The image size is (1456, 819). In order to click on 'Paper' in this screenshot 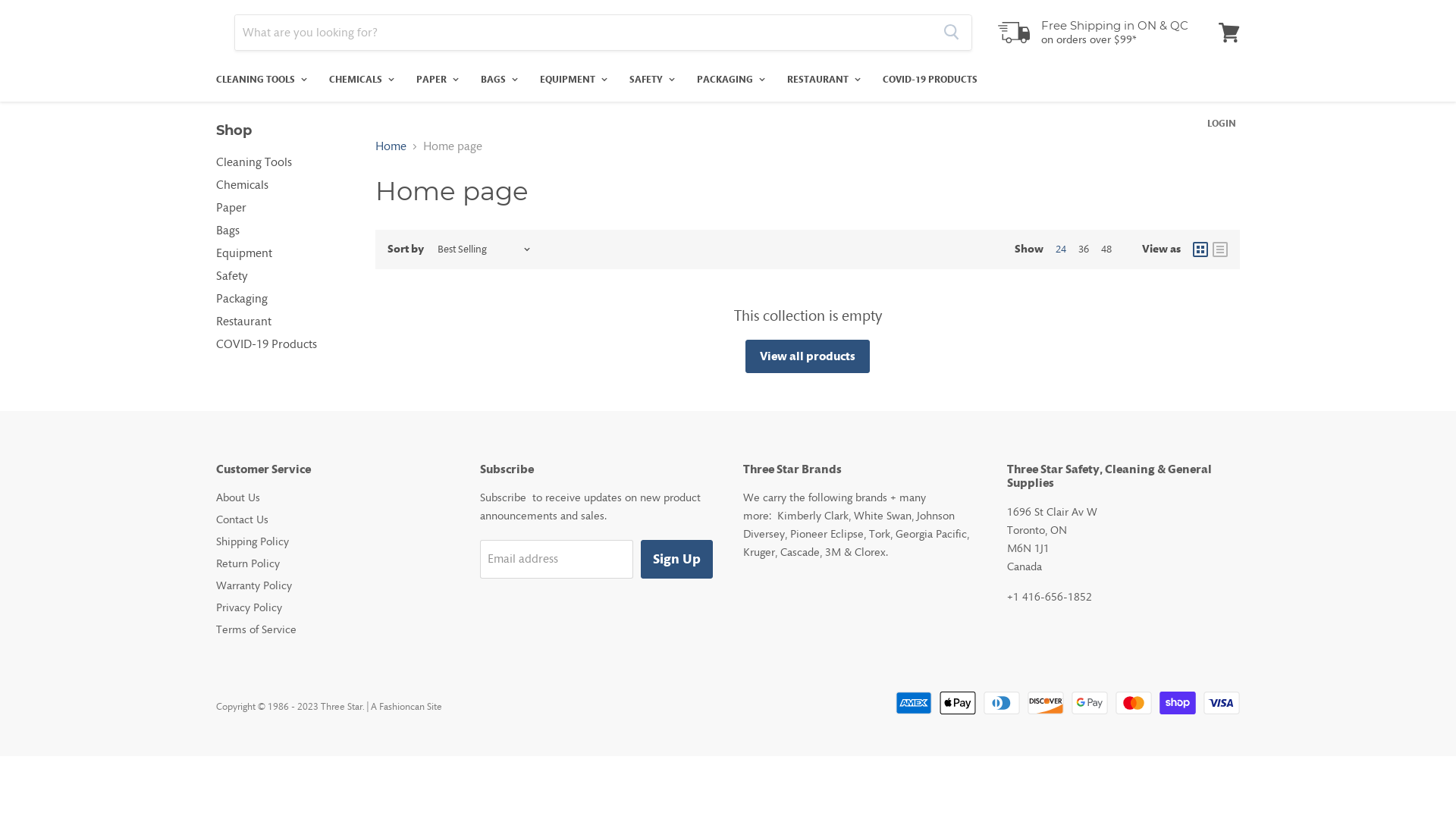, I will do `click(231, 207)`.